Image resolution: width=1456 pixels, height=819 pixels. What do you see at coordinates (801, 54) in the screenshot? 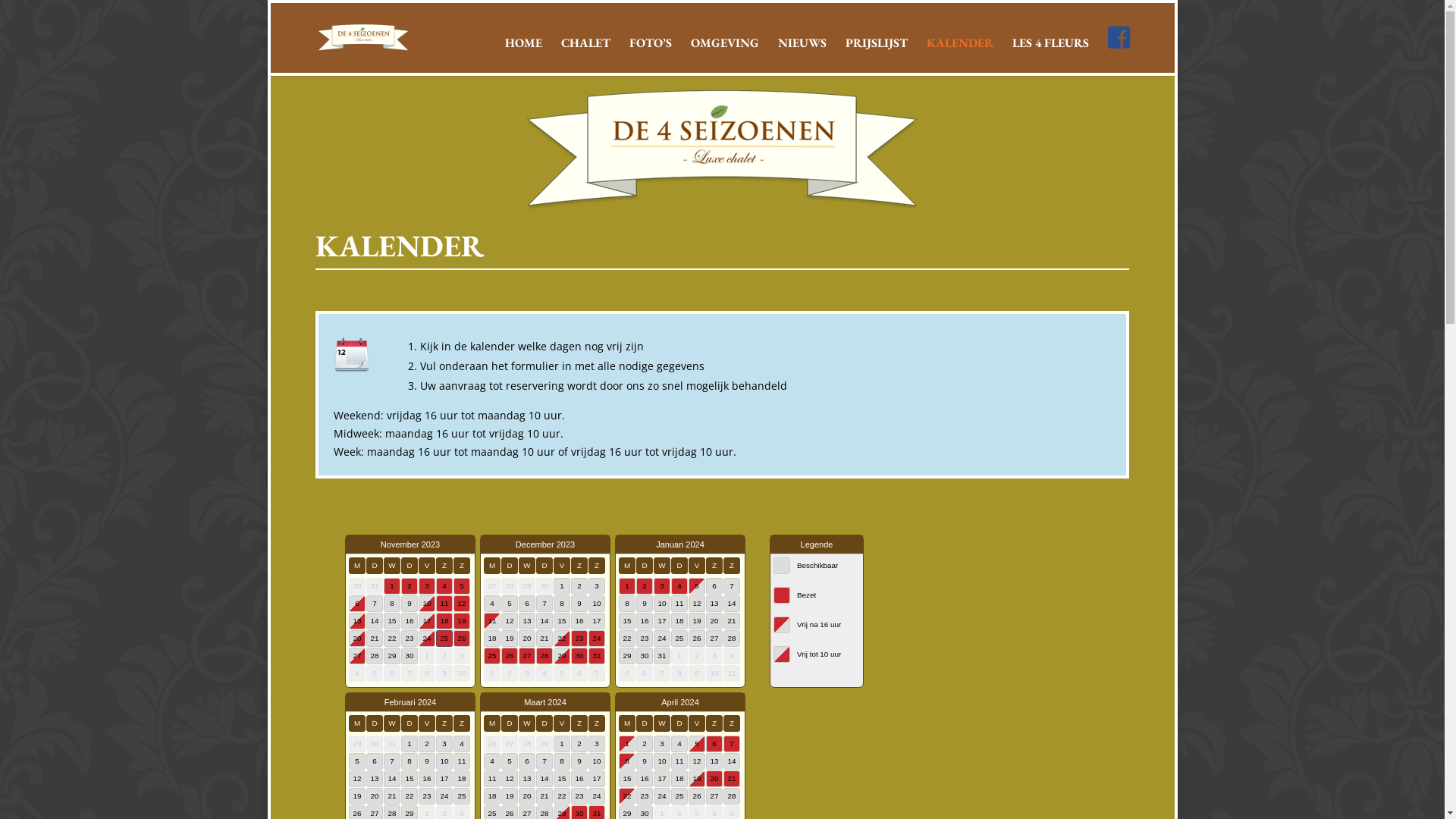
I see `'NIEUWS'` at bounding box center [801, 54].